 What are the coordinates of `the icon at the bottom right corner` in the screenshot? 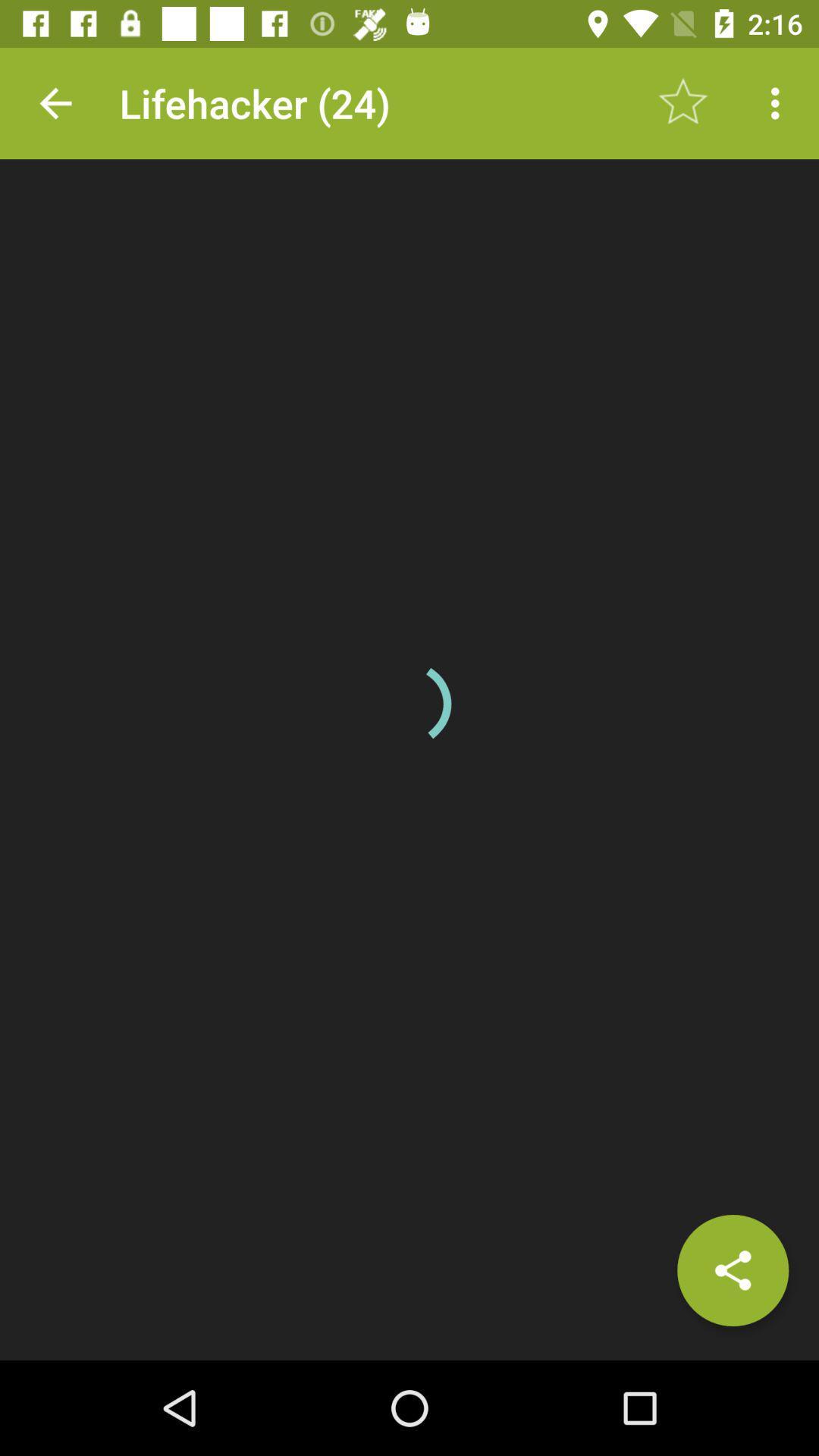 It's located at (732, 1270).